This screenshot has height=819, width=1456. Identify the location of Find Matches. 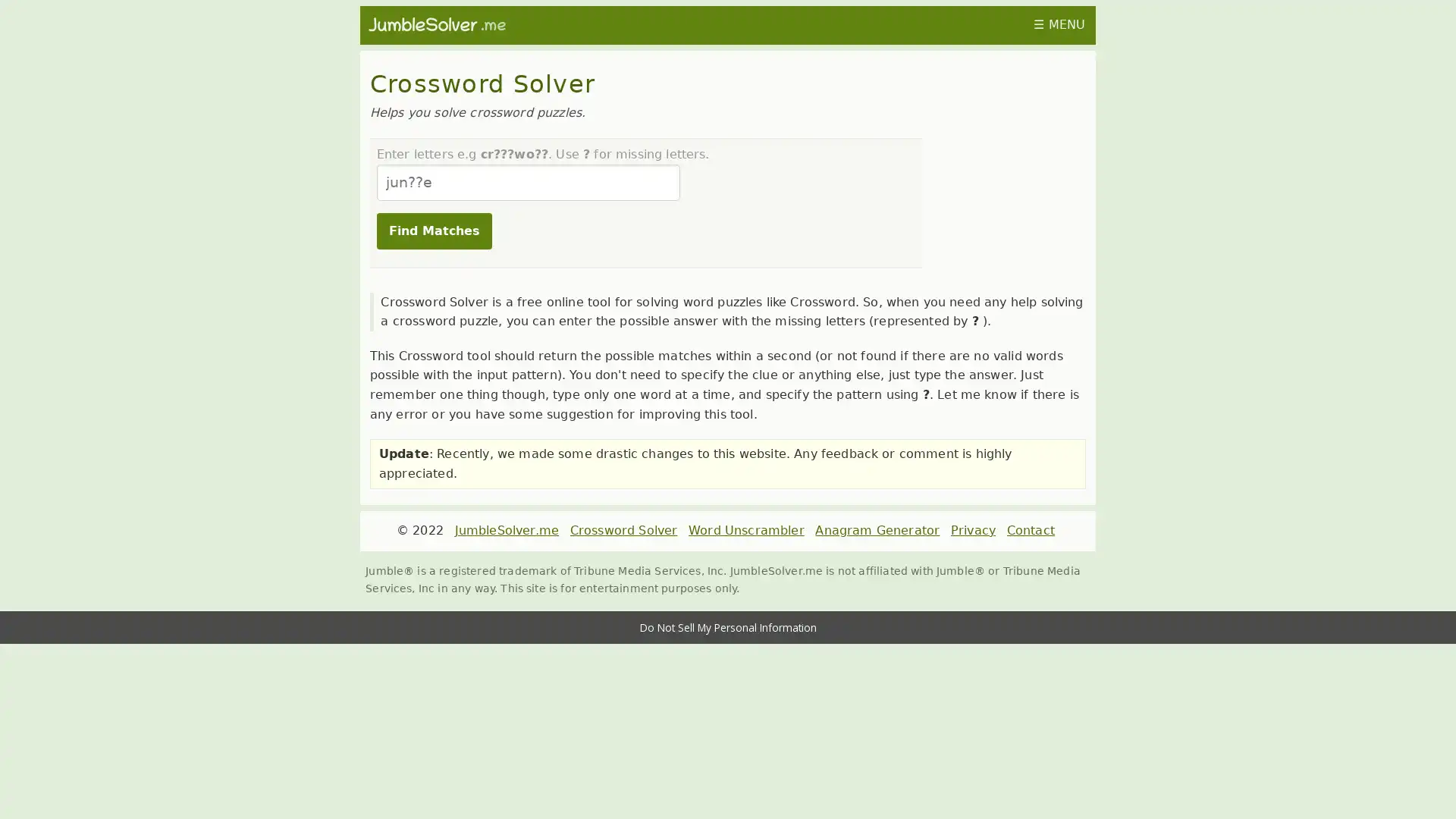
(432, 231).